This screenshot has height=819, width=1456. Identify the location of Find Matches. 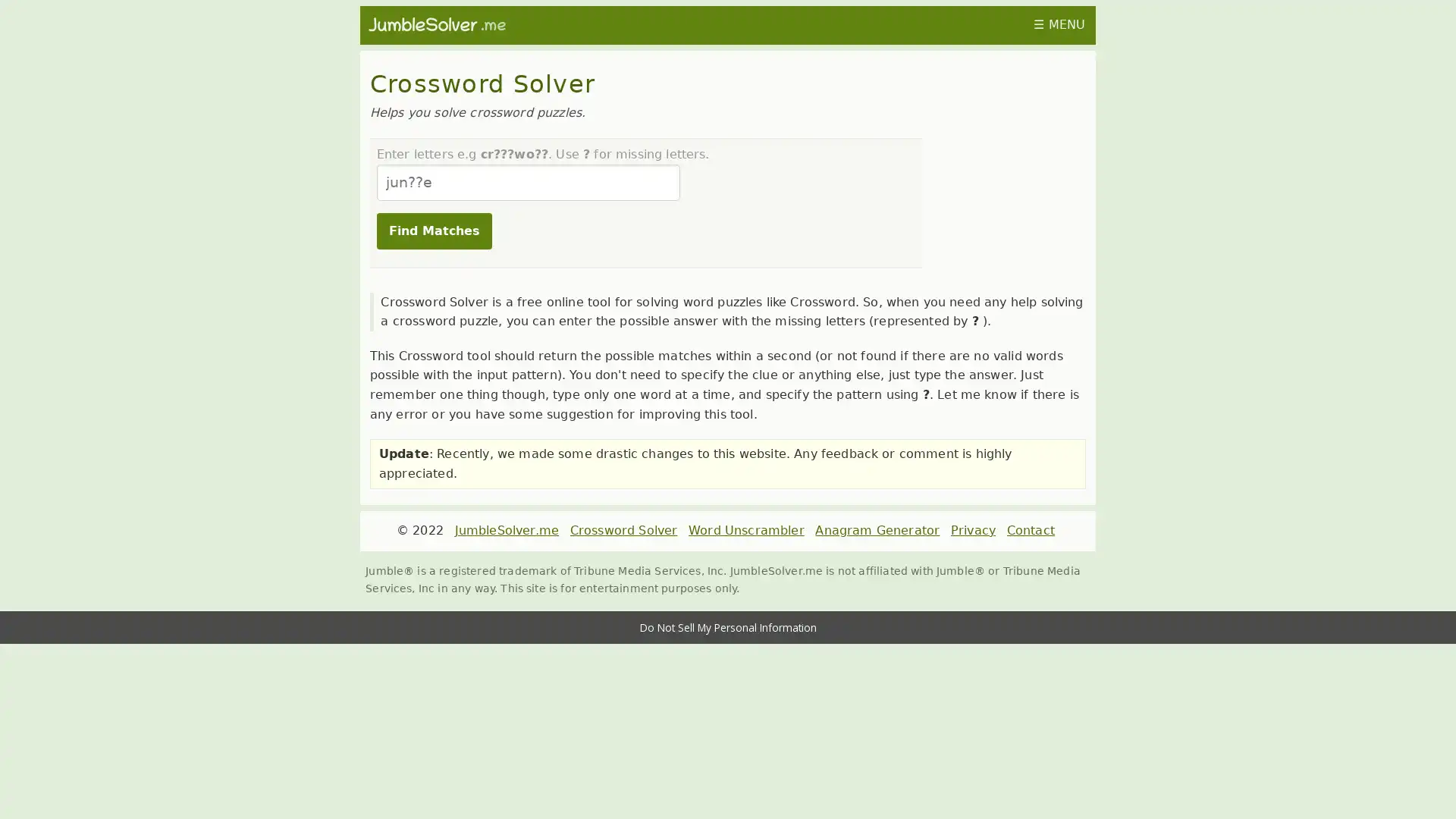
(432, 231).